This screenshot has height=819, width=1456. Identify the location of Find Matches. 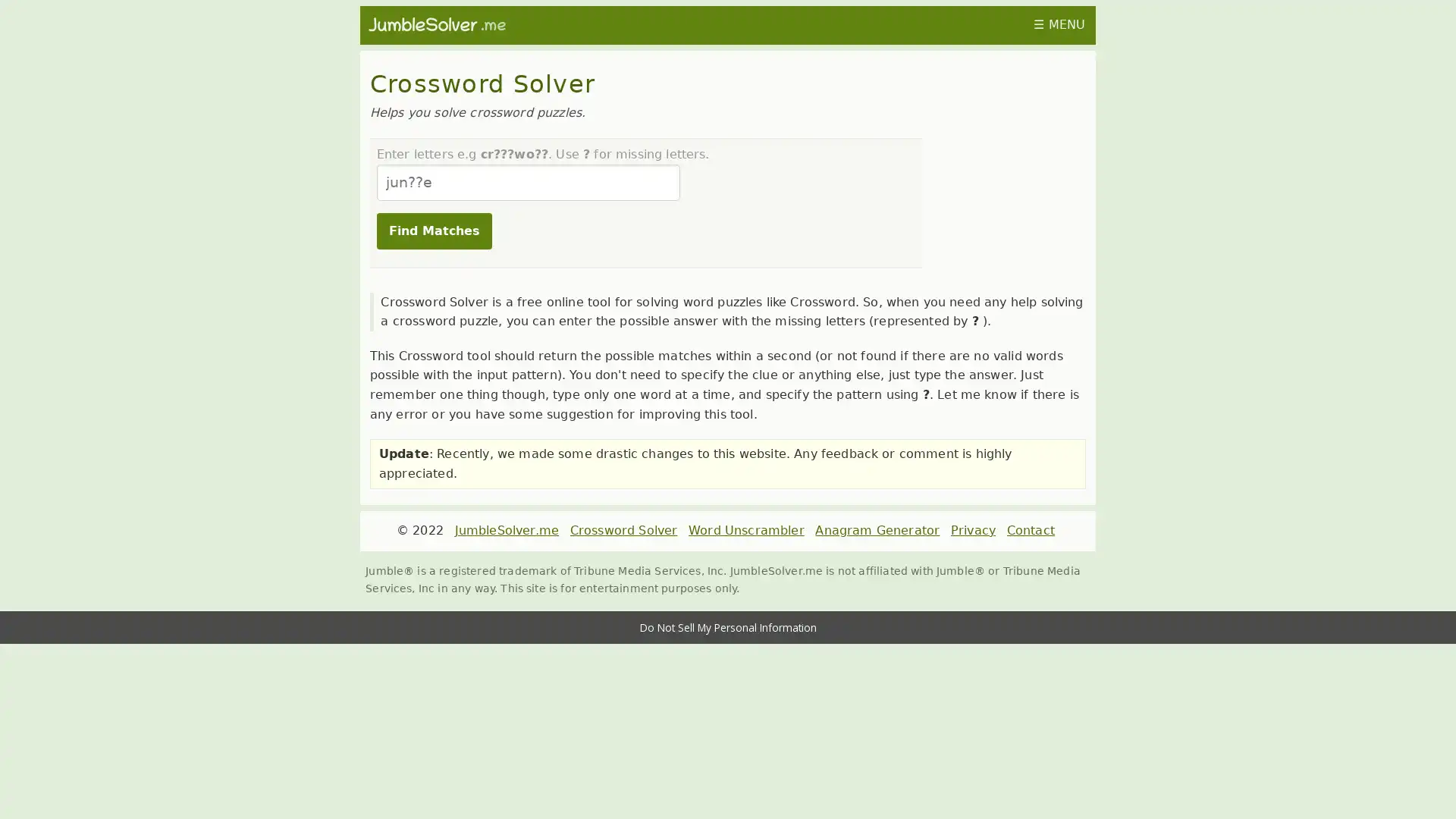
(432, 231).